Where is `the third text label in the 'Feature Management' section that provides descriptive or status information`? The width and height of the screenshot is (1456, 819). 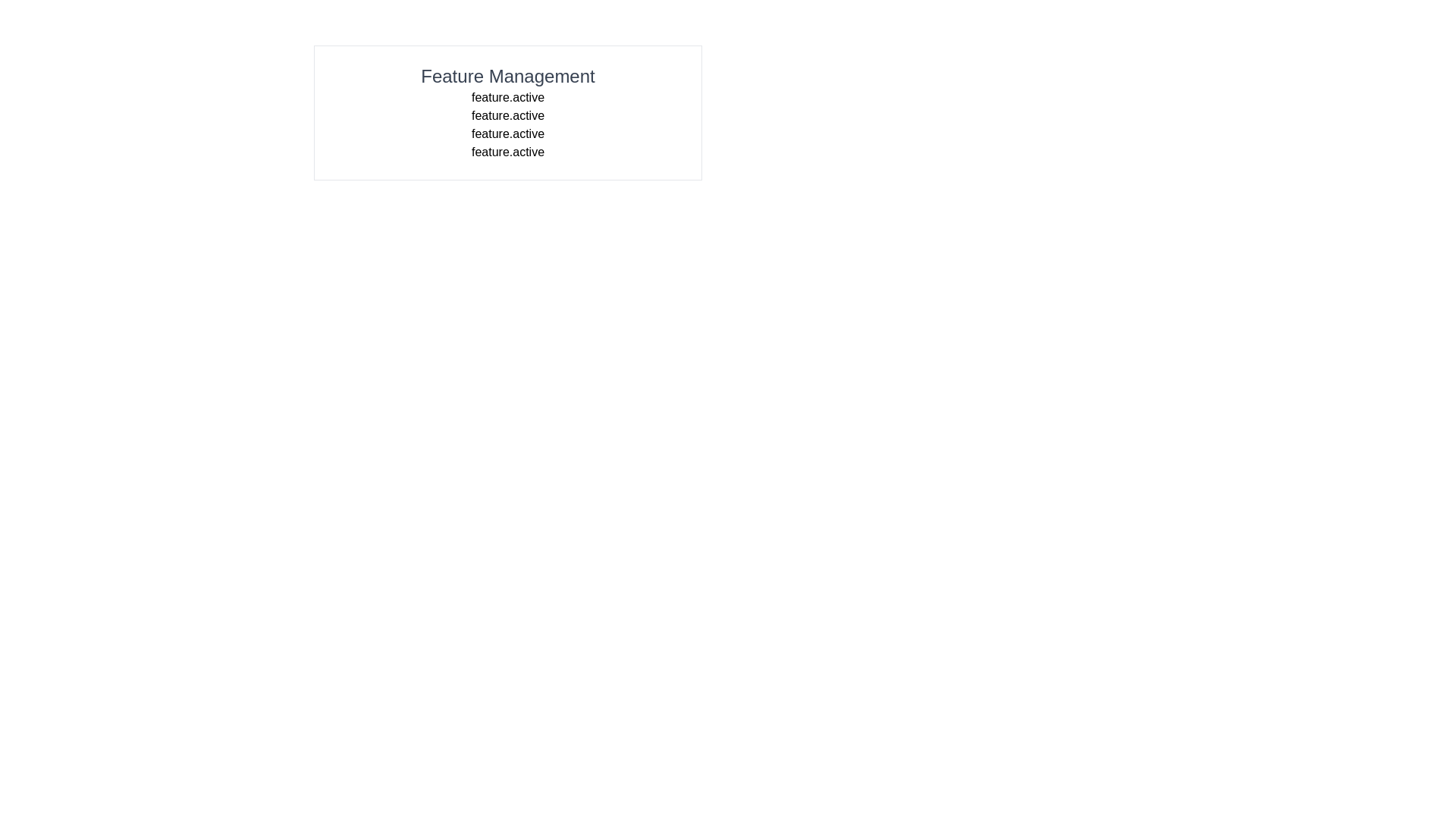 the third text label in the 'Feature Management' section that provides descriptive or status information is located at coordinates (508, 133).